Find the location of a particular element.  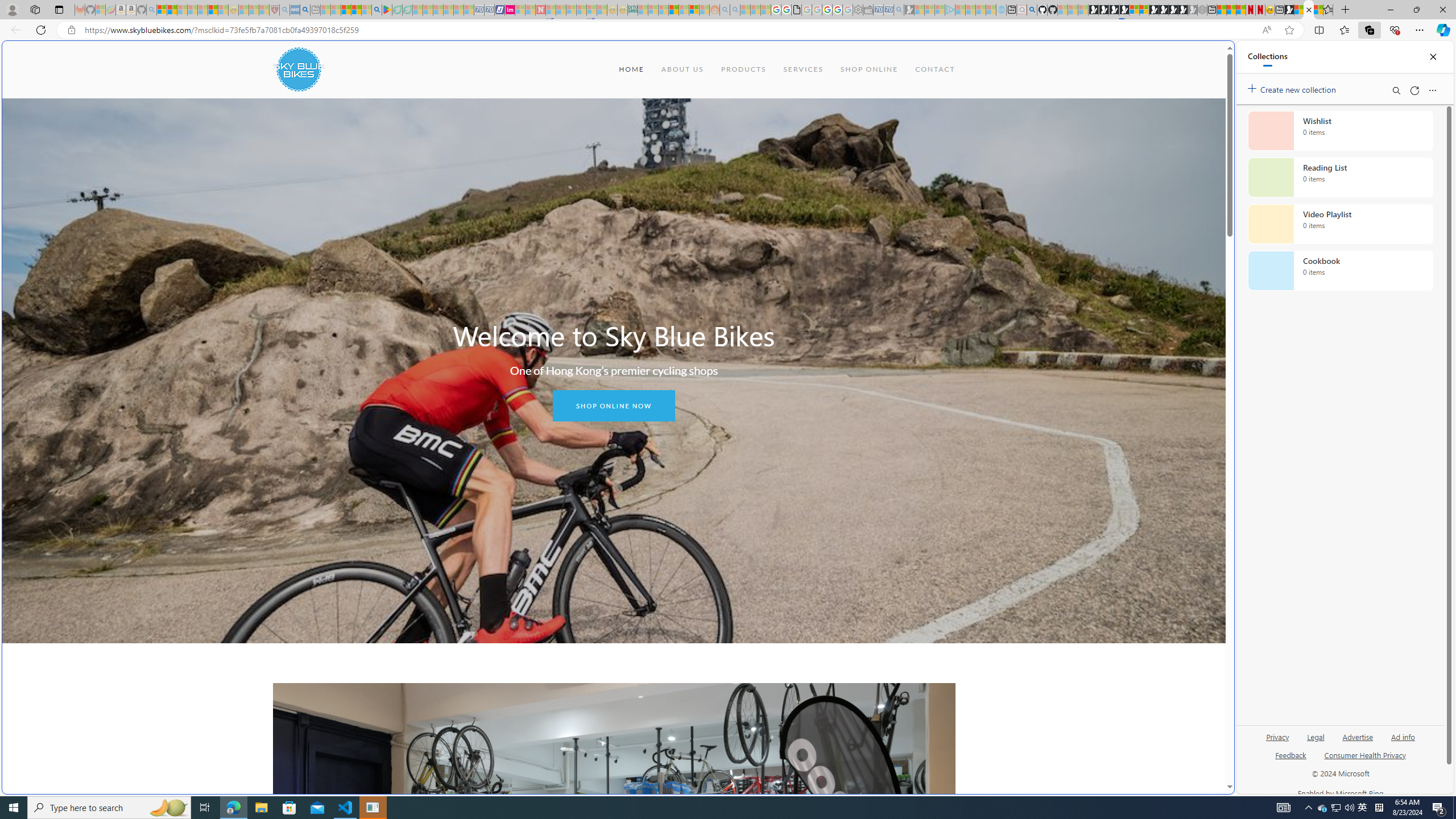

'PRODUCTS' is located at coordinates (742, 68).